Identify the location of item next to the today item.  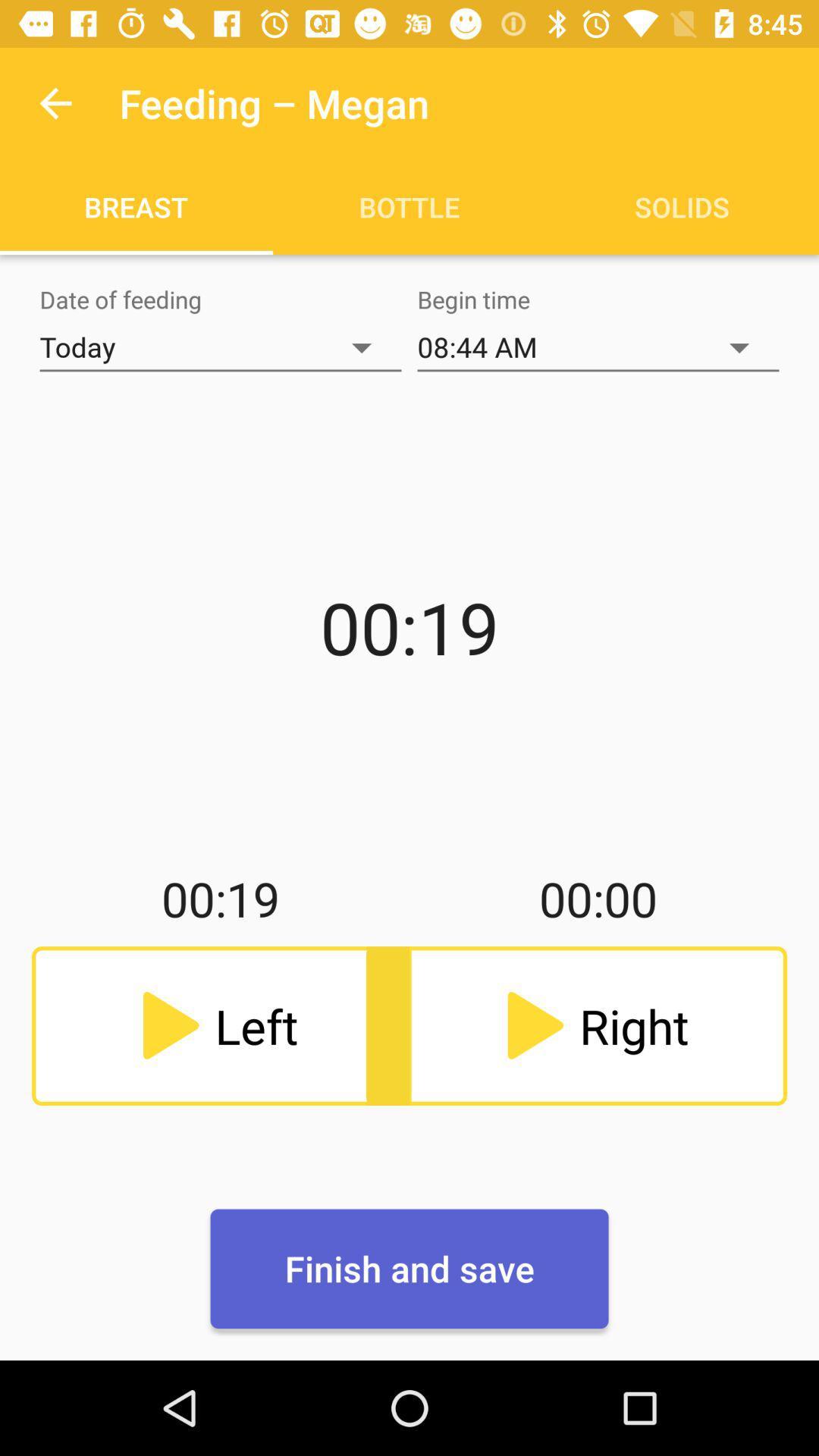
(598, 347).